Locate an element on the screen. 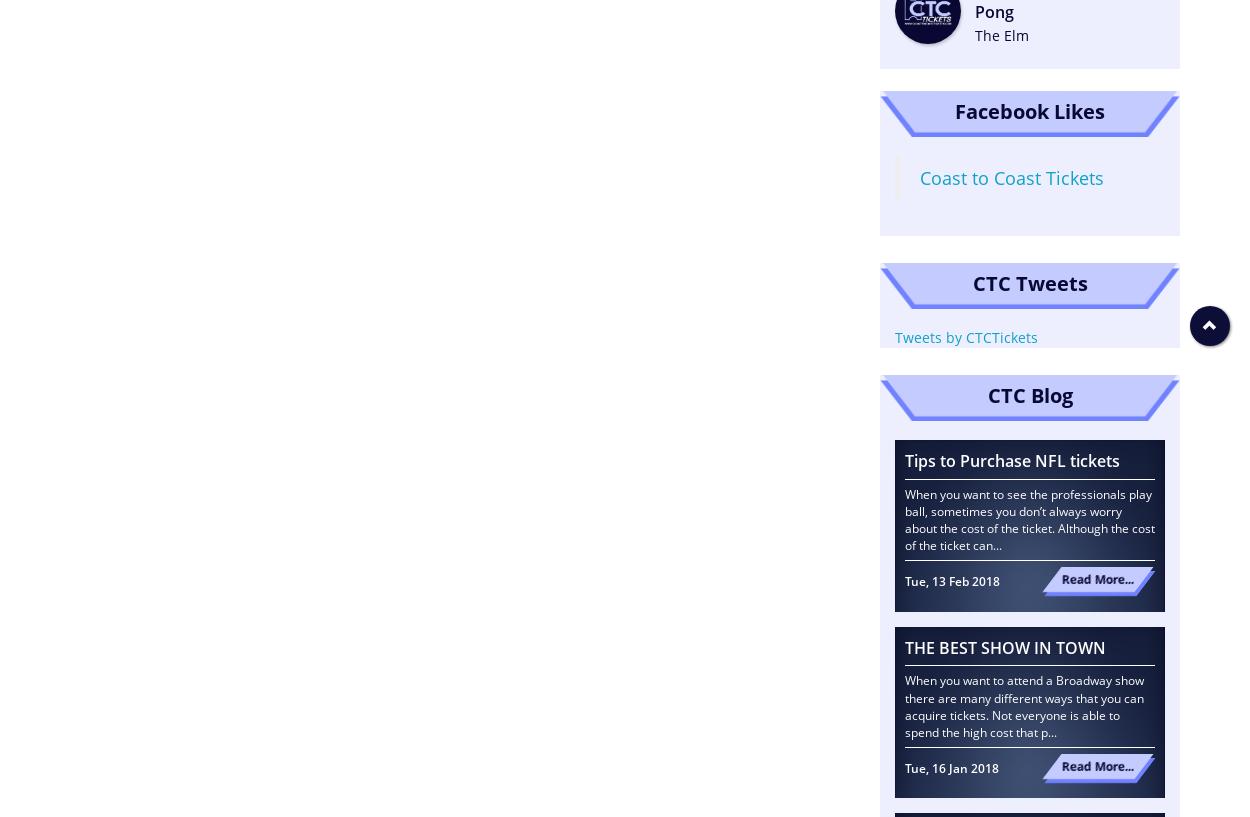 The image size is (1250, 817). 'CTC Blog' is located at coordinates (986, 393).